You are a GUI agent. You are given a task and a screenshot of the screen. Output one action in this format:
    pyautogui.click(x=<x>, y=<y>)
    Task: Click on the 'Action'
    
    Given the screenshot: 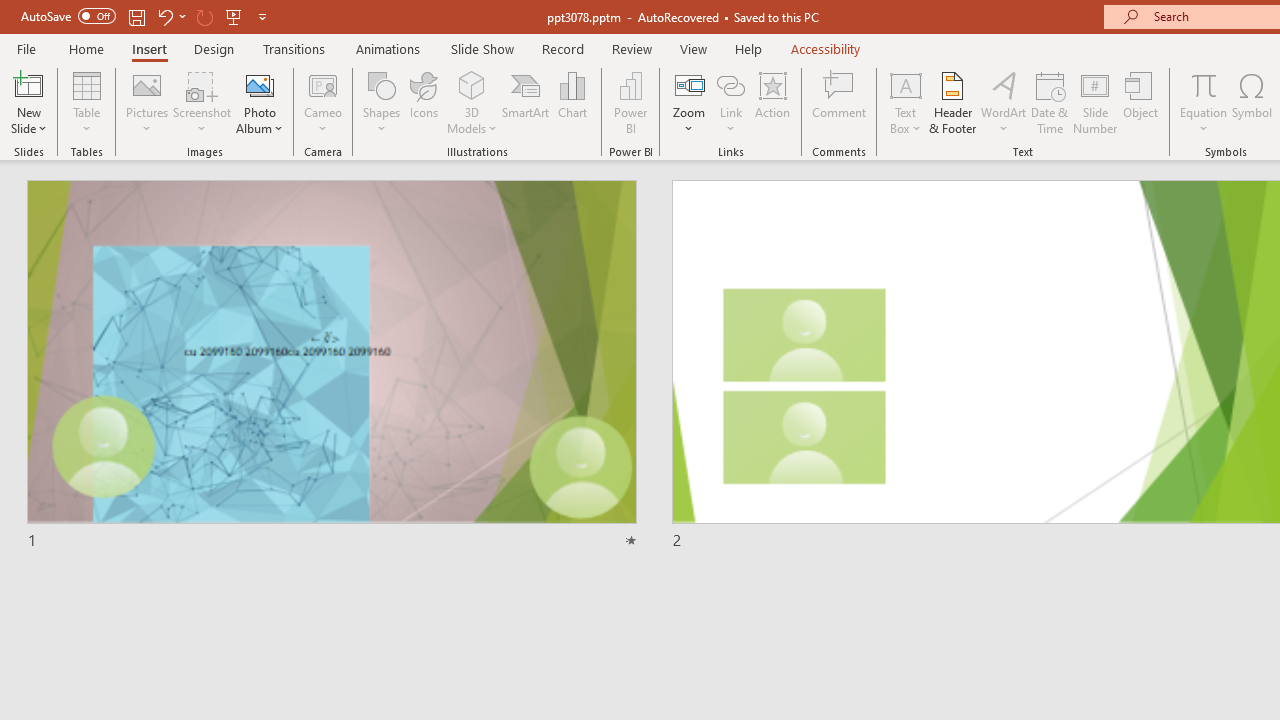 What is the action you would take?
    pyautogui.click(x=772, y=103)
    